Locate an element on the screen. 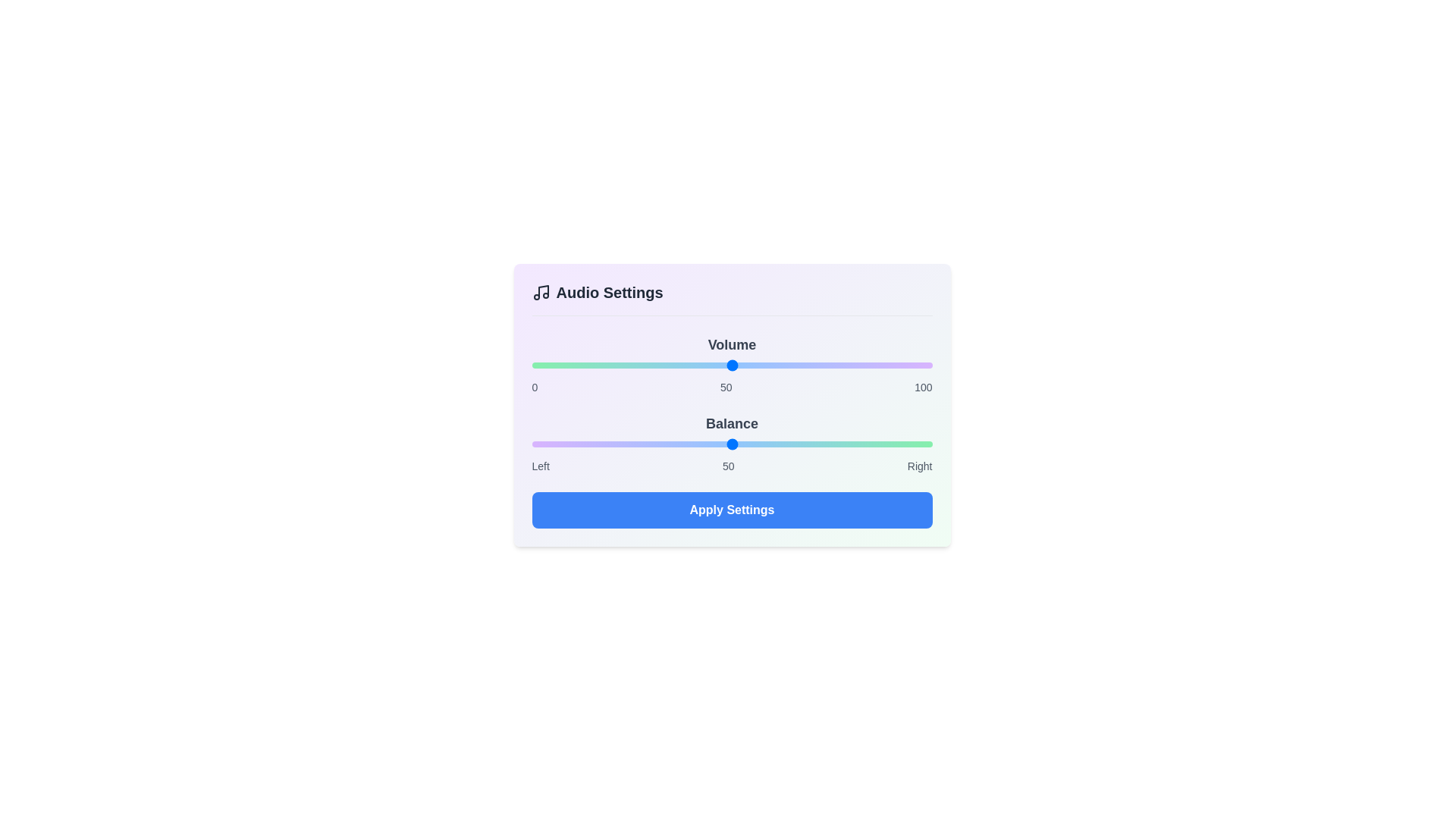  the volume level is located at coordinates (904, 366).